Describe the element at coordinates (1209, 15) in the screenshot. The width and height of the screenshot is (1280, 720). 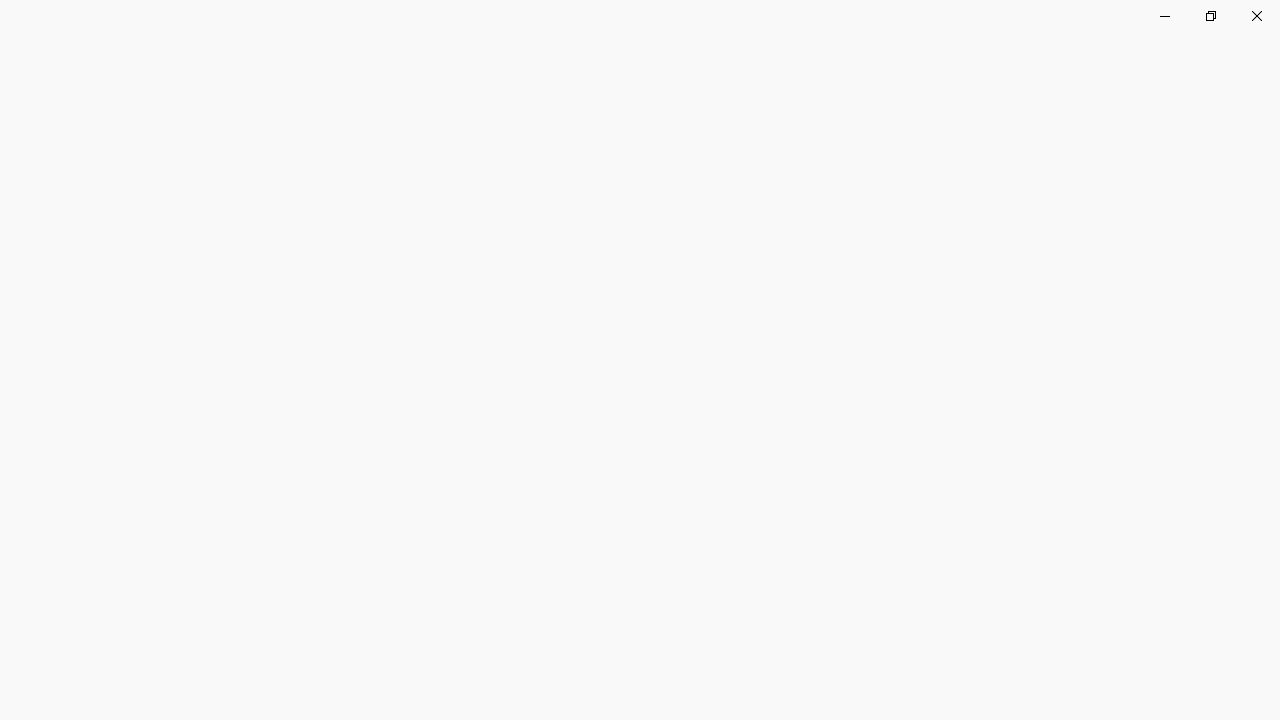
I see `'Restore Clock'` at that location.